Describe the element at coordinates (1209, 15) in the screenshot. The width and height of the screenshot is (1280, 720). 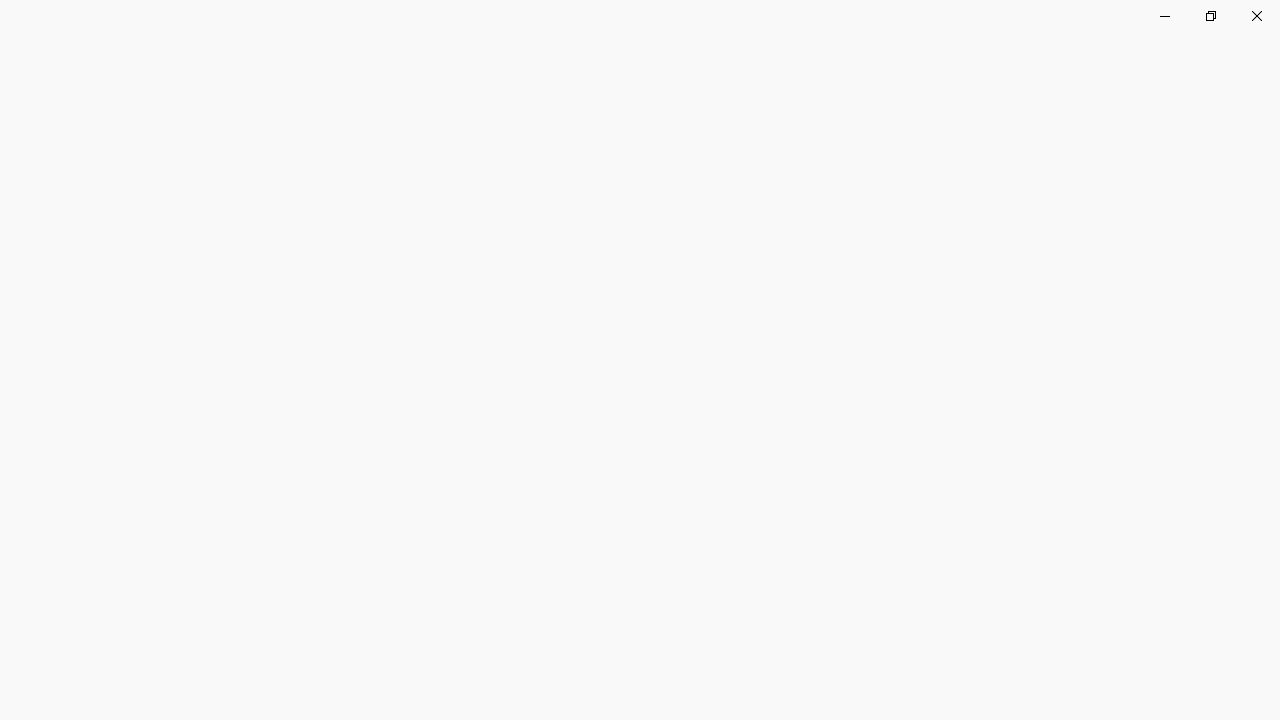
I see `'Restore Clock'` at that location.